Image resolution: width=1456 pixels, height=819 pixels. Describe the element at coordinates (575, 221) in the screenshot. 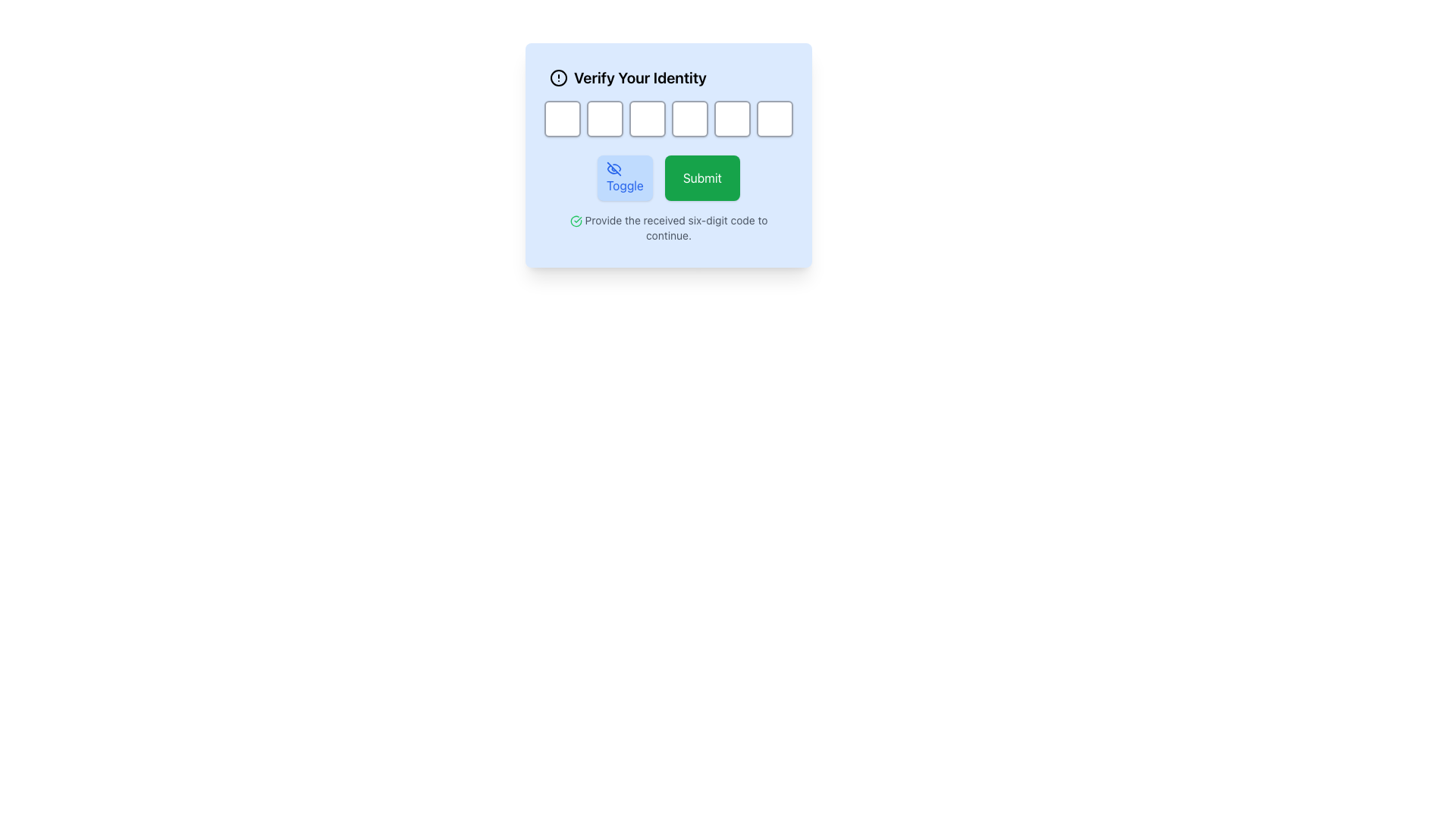

I see `the green check mark circular icon, which is located to the left of the instructional text 'Provide the received six-digit code to continue'` at that location.